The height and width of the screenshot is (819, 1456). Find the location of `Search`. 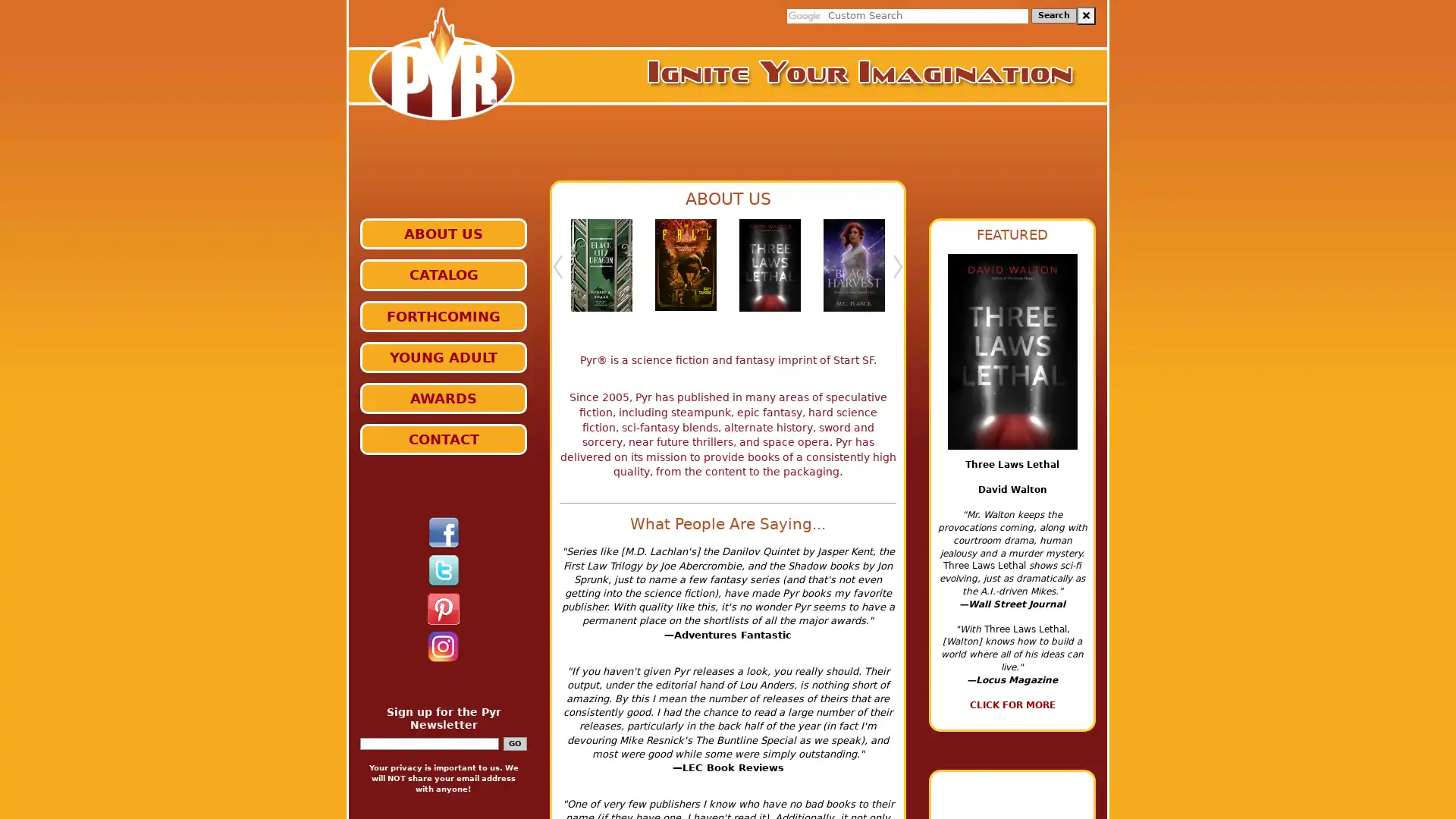

Search is located at coordinates (1053, 15).